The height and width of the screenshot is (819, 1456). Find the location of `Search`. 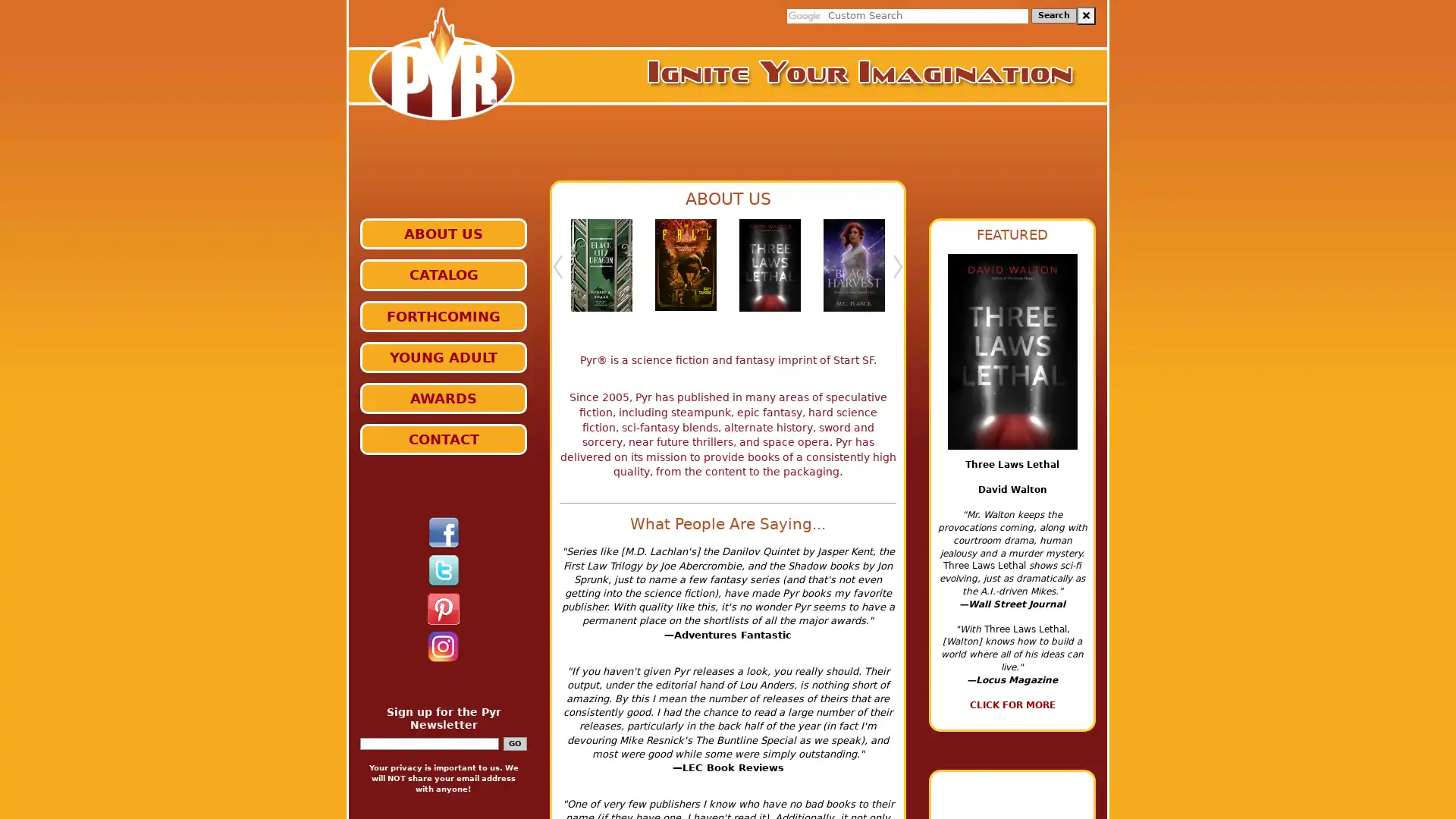

Search is located at coordinates (1053, 15).